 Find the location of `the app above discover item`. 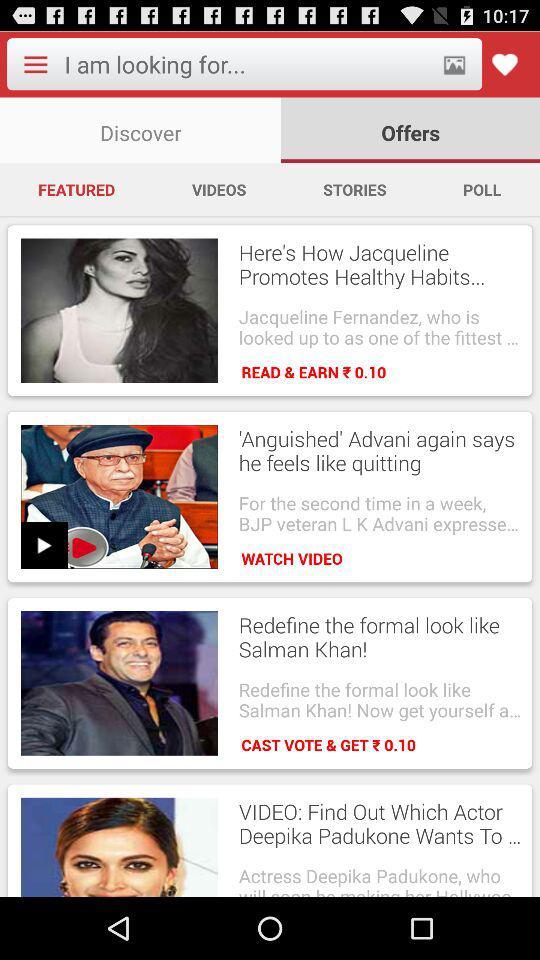

the app above discover item is located at coordinates (247, 64).